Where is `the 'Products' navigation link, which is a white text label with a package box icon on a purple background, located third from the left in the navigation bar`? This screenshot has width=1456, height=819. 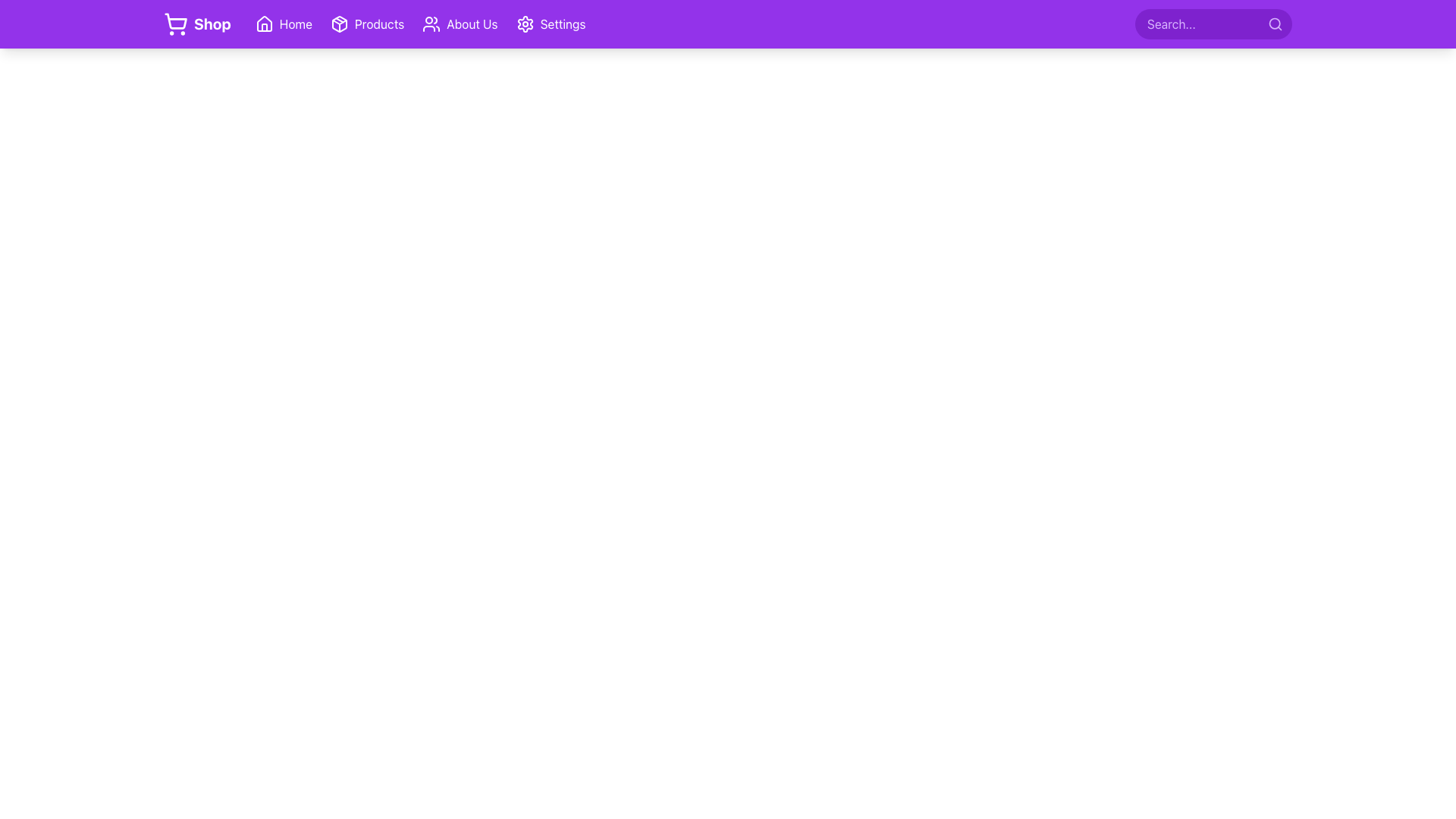 the 'Products' navigation link, which is a white text label with a package box icon on a purple background, located third from the left in the navigation bar is located at coordinates (367, 24).